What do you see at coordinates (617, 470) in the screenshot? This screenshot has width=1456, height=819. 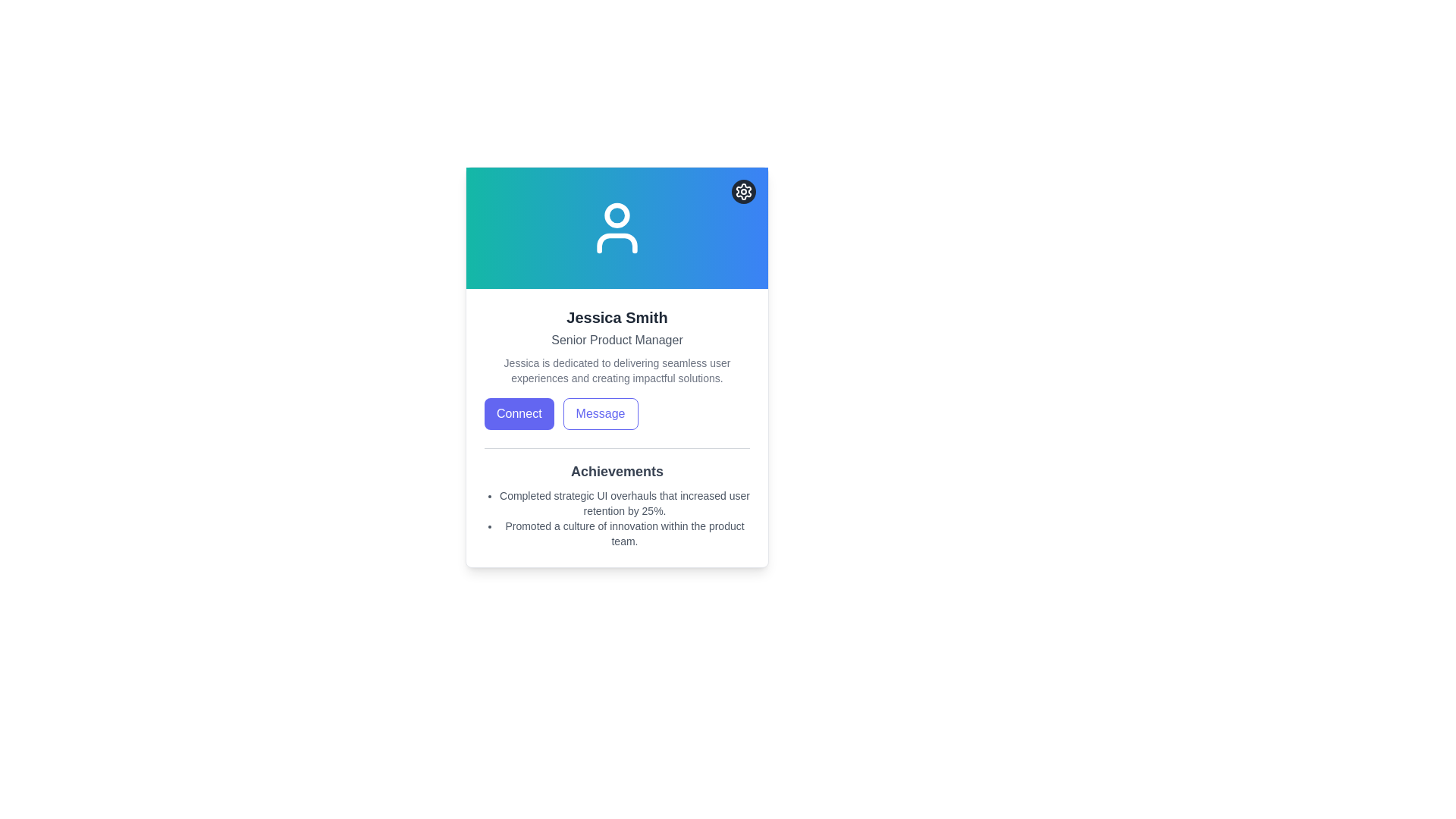 I see `heading 'Achievements' which is a bold text label styled in dark gray, located in the achievements section above a bulleted list of accomplishments` at bounding box center [617, 470].